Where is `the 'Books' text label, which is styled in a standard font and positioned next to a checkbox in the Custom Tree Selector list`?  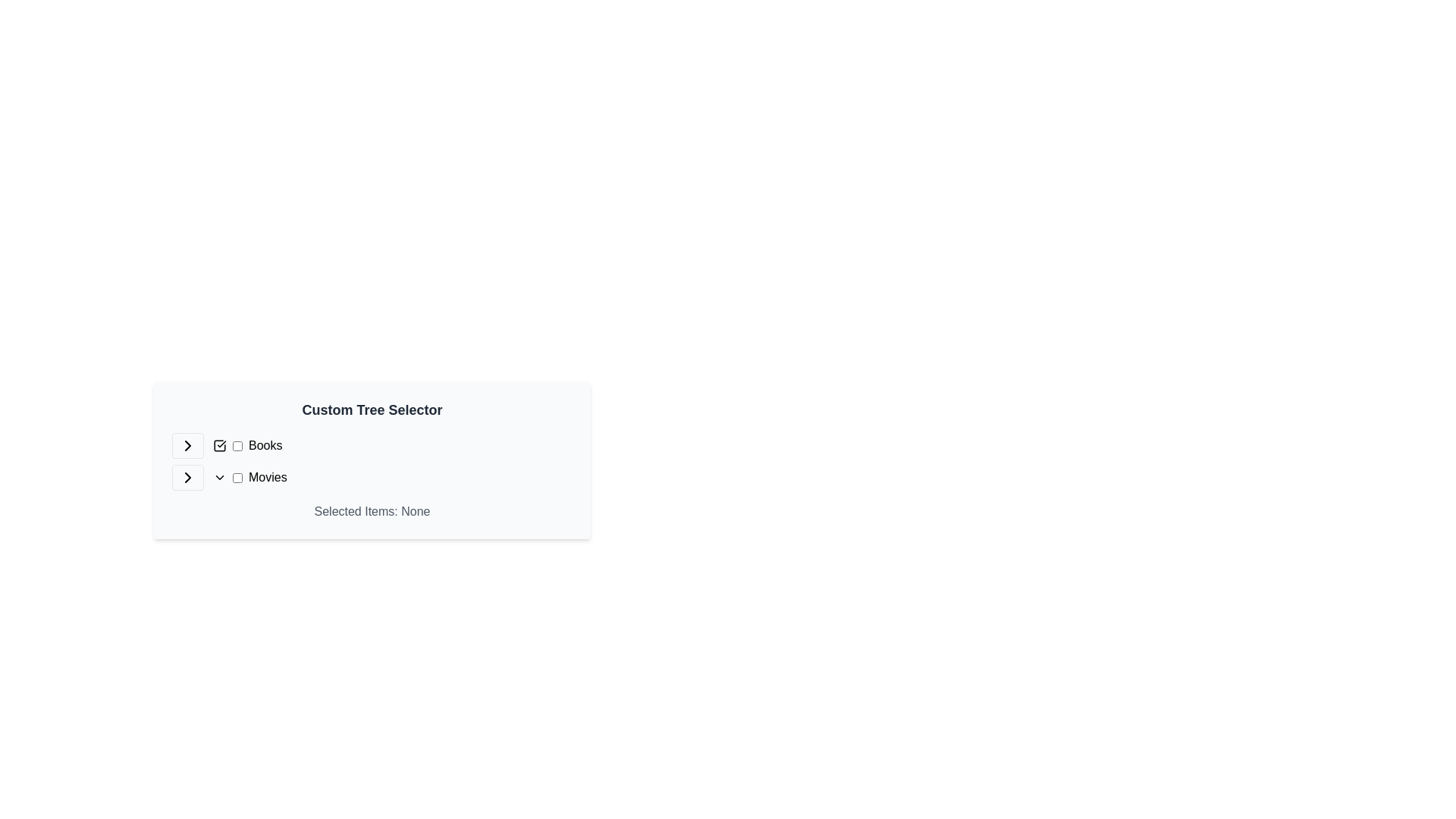 the 'Books' text label, which is styled in a standard font and positioned next to a checkbox in the Custom Tree Selector list is located at coordinates (247, 444).